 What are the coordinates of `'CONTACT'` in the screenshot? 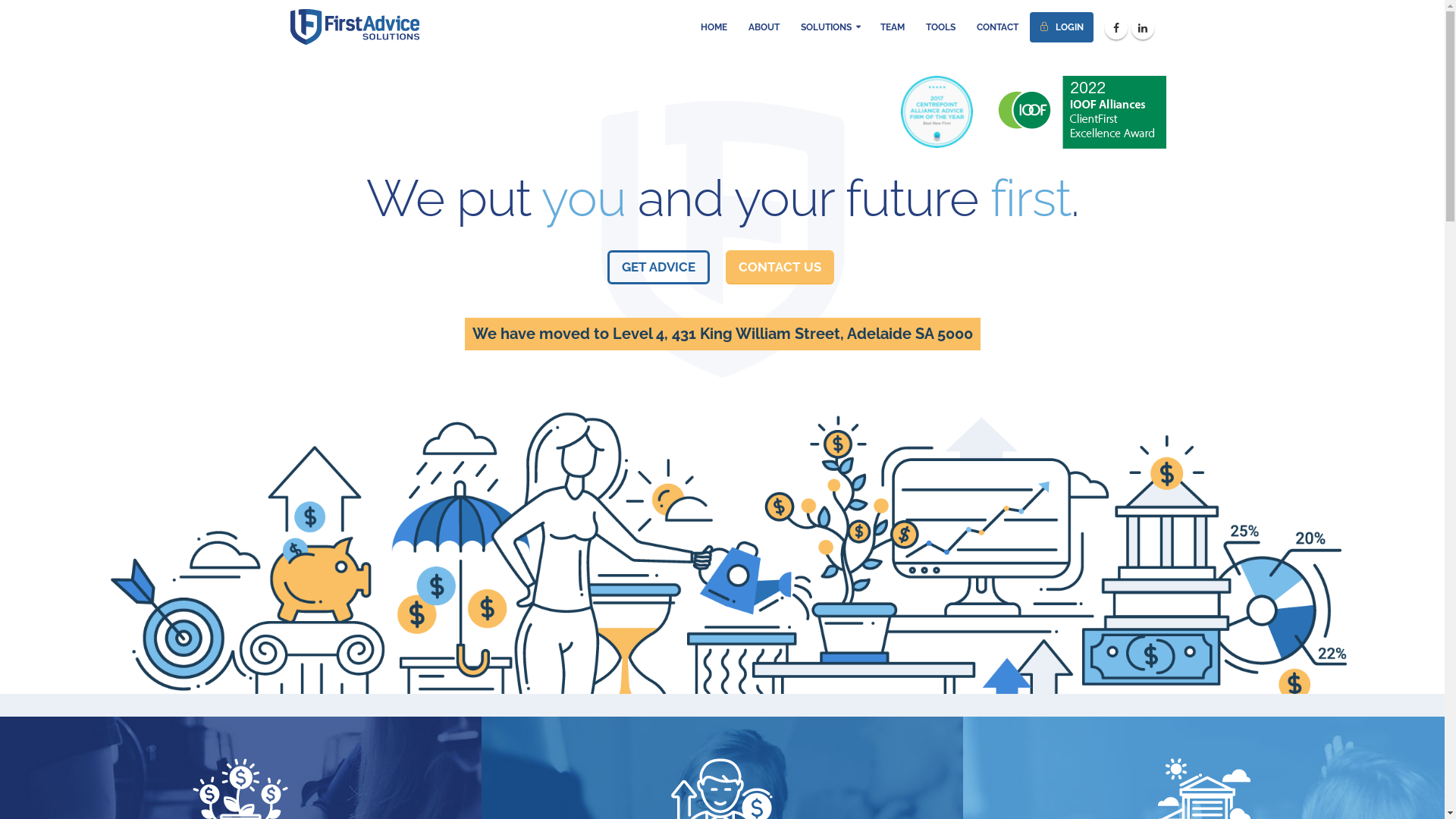 It's located at (996, 27).